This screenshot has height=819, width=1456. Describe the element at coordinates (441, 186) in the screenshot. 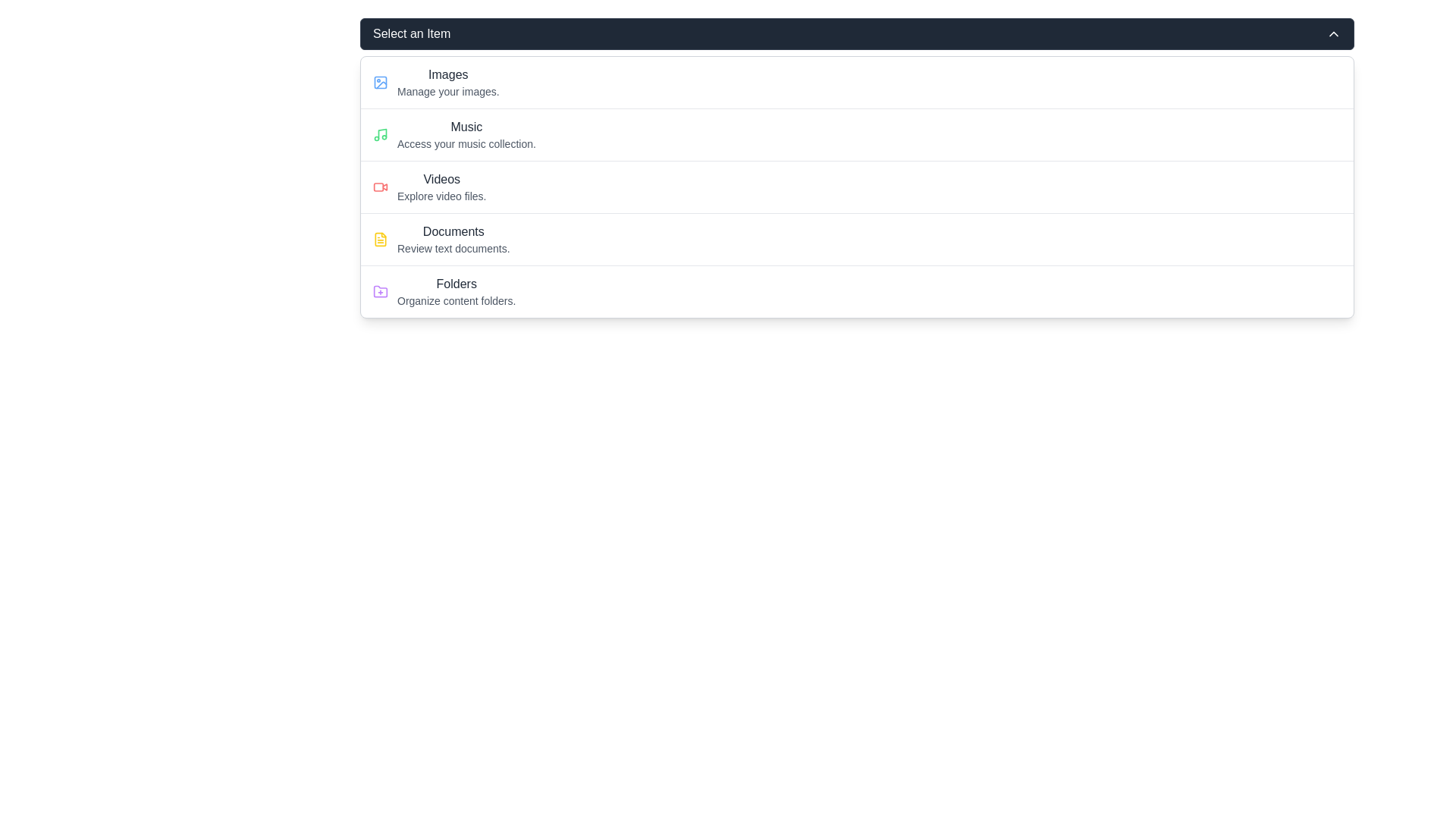

I see `the list item titled 'Videos'` at that location.